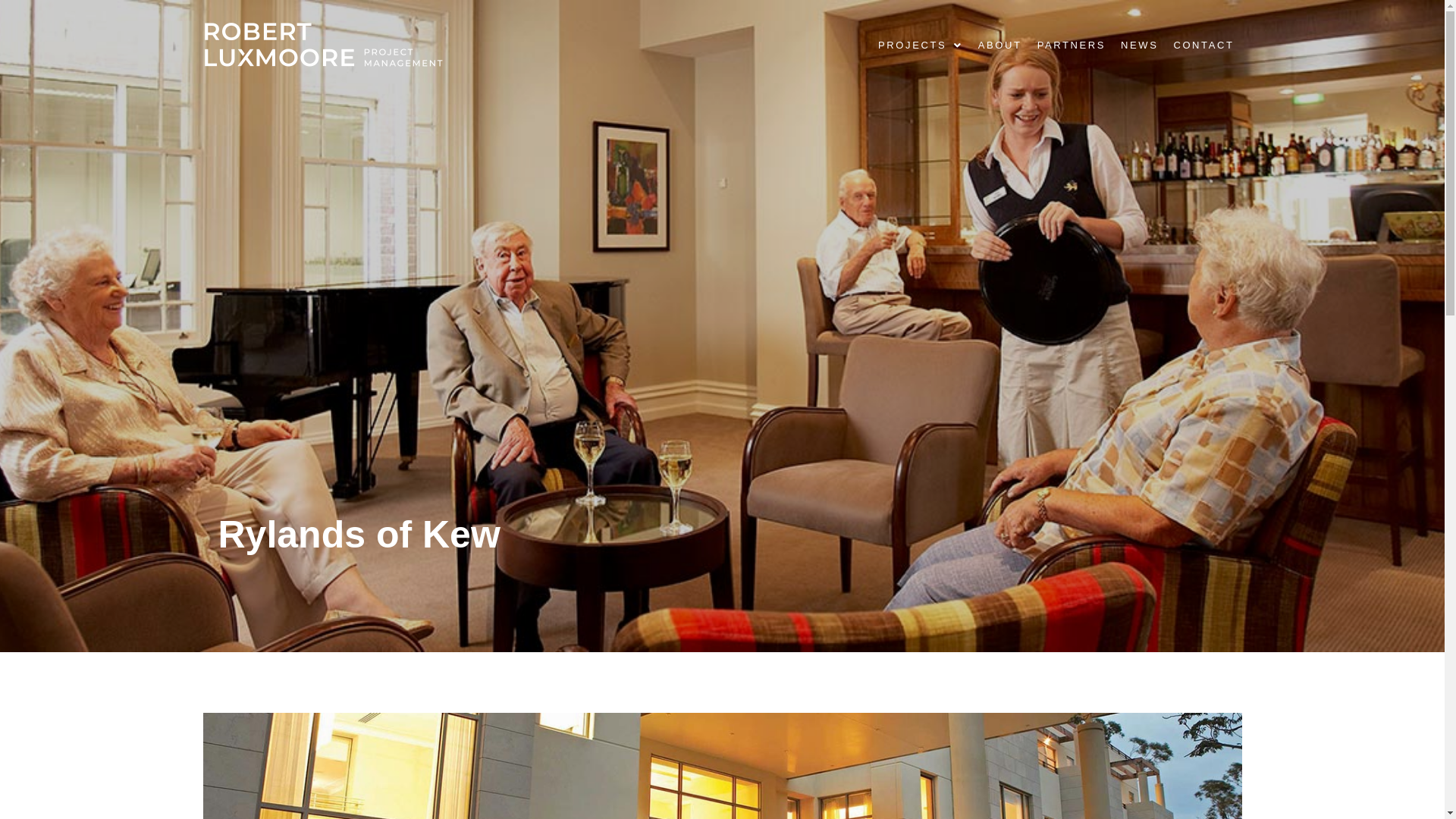 The width and height of the screenshot is (1456, 819). What do you see at coordinates (920, 43) in the screenshot?
I see `'PROJECTS'` at bounding box center [920, 43].